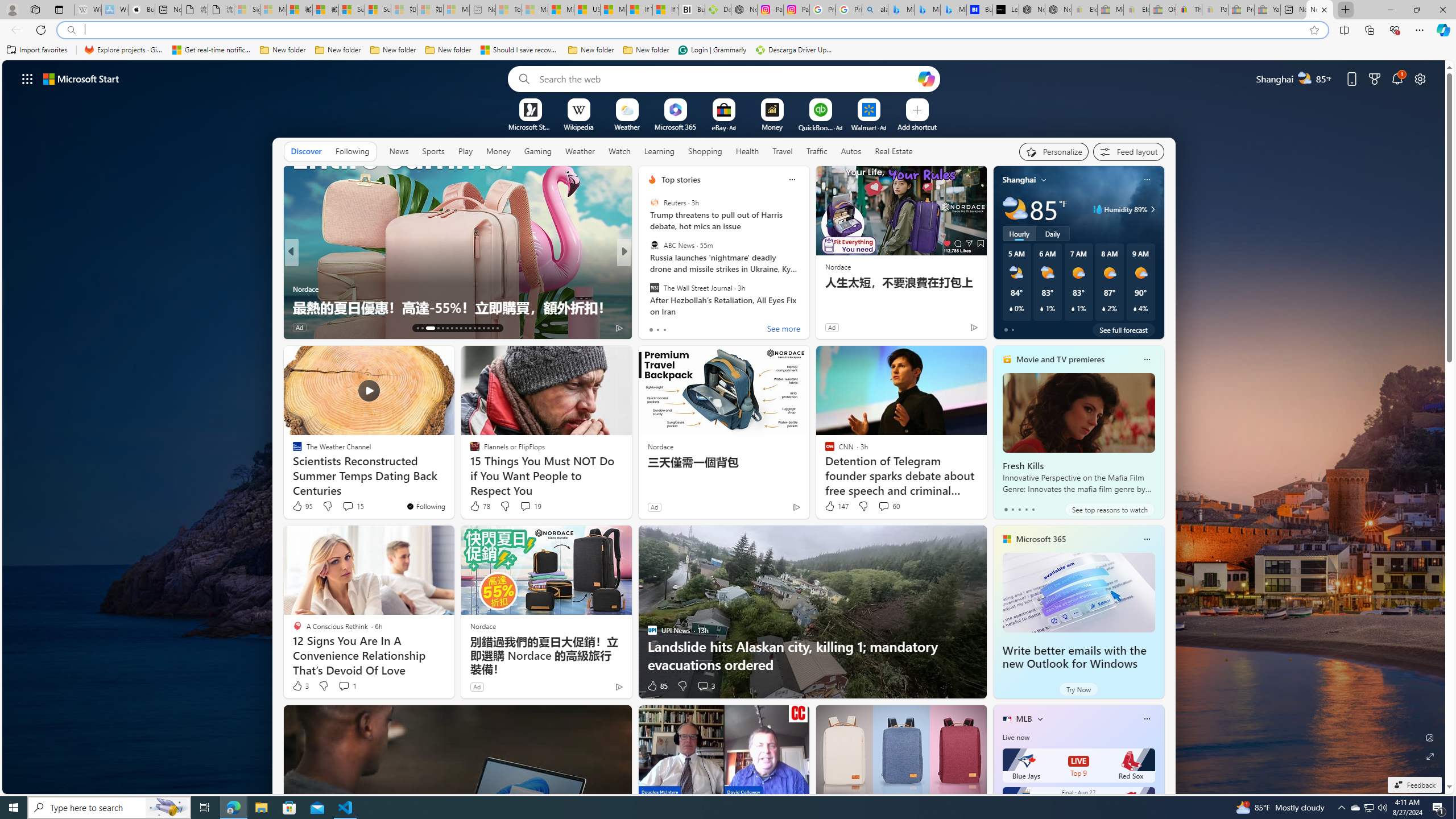  What do you see at coordinates (806, 298) in the screenshot?
I see `'Chicago, other Midwest cities on alert for excessive heat'` at bounding box center [806, 298].